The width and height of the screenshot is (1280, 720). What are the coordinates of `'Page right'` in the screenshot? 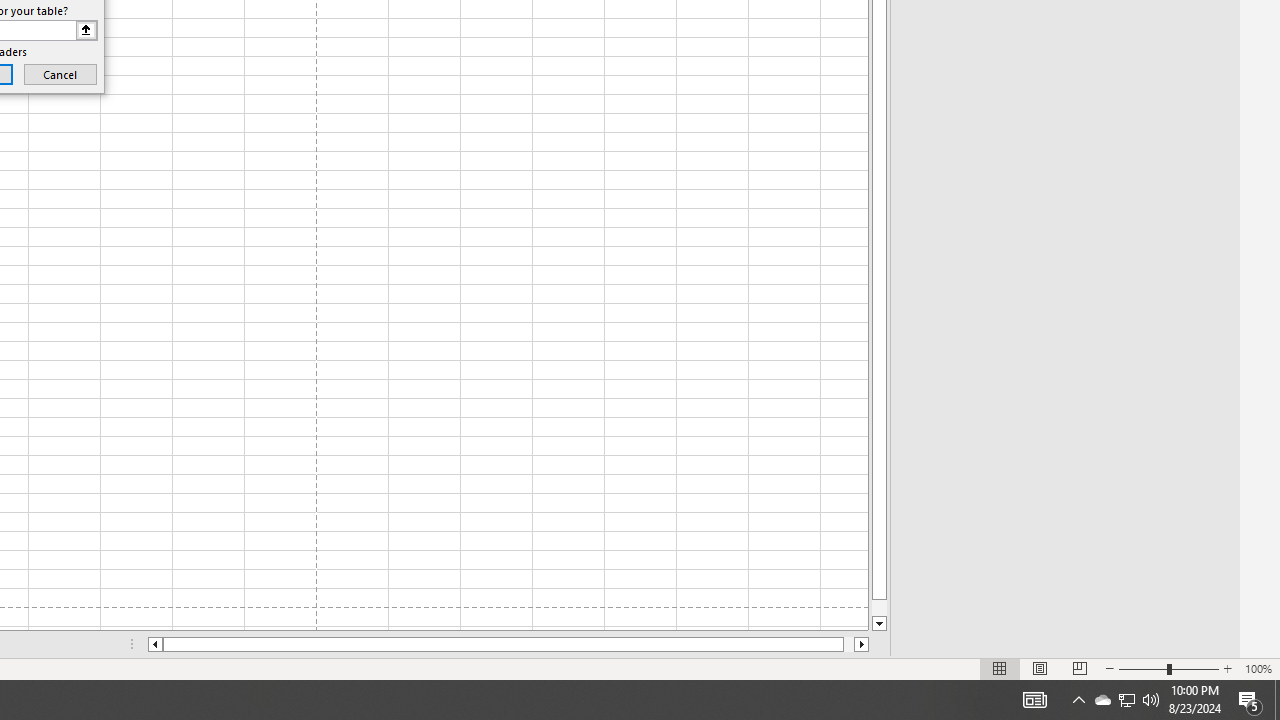 It's located at (848, 644).